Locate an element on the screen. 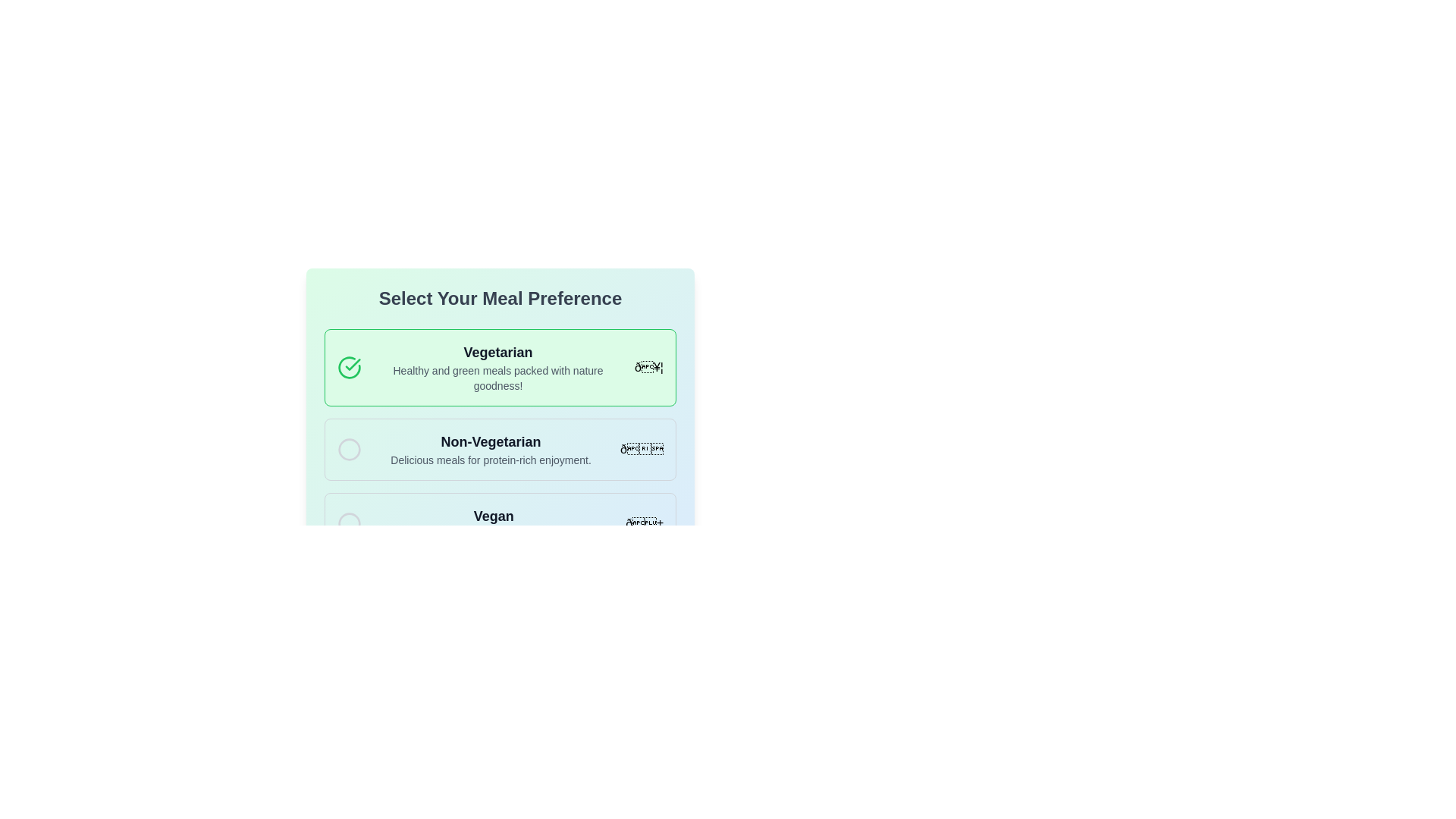 This screenshot has width=1456, height=819. text block that describes the 'Non-Vegetarian' meal preference, which contains the lines 'Non-Vegetarian' and 'Delicious meals for protein-rich enjoyment.' is located at coordinates (491, 449).